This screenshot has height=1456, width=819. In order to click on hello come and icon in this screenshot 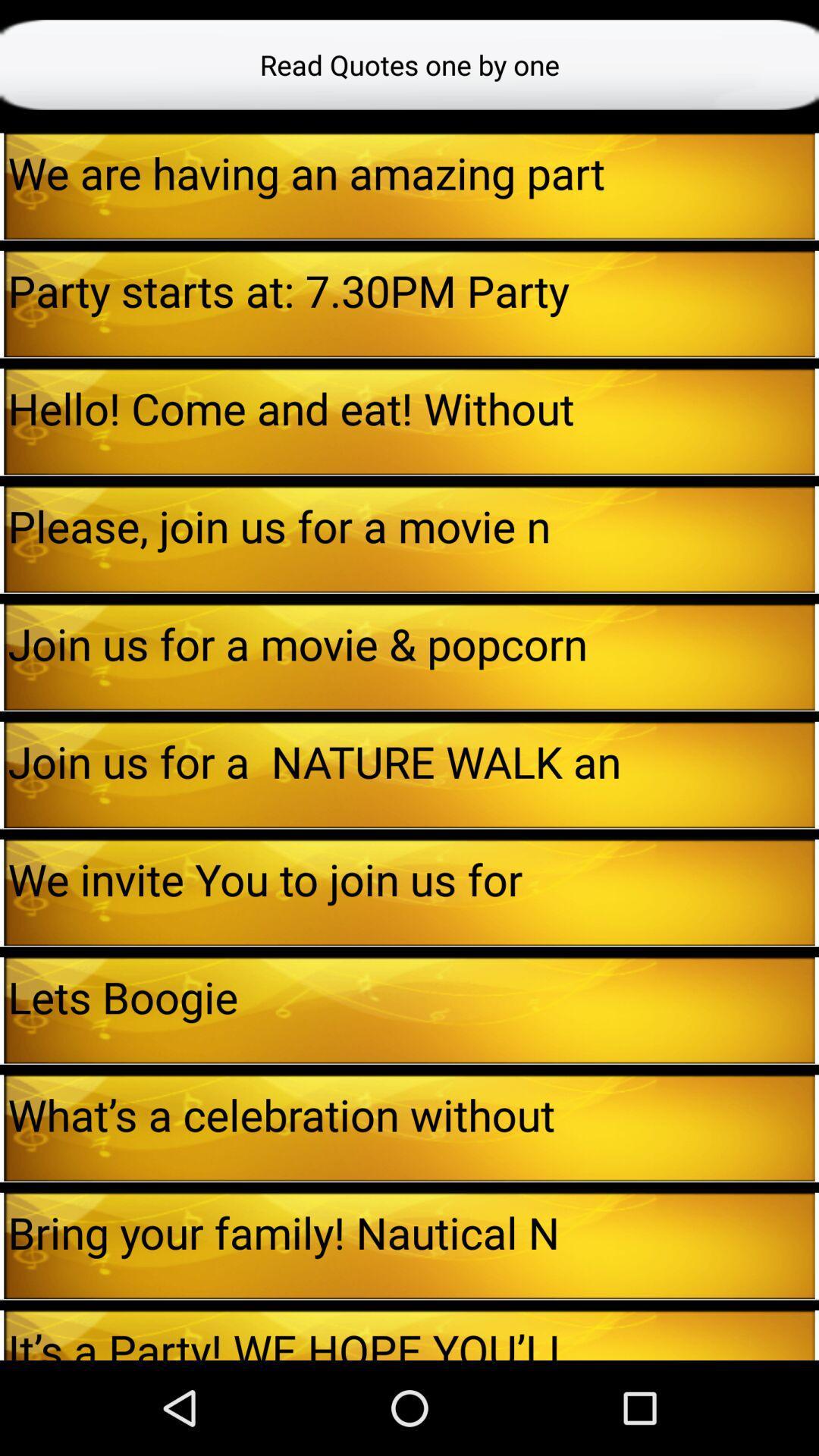, I will do `click(411, 408)`.